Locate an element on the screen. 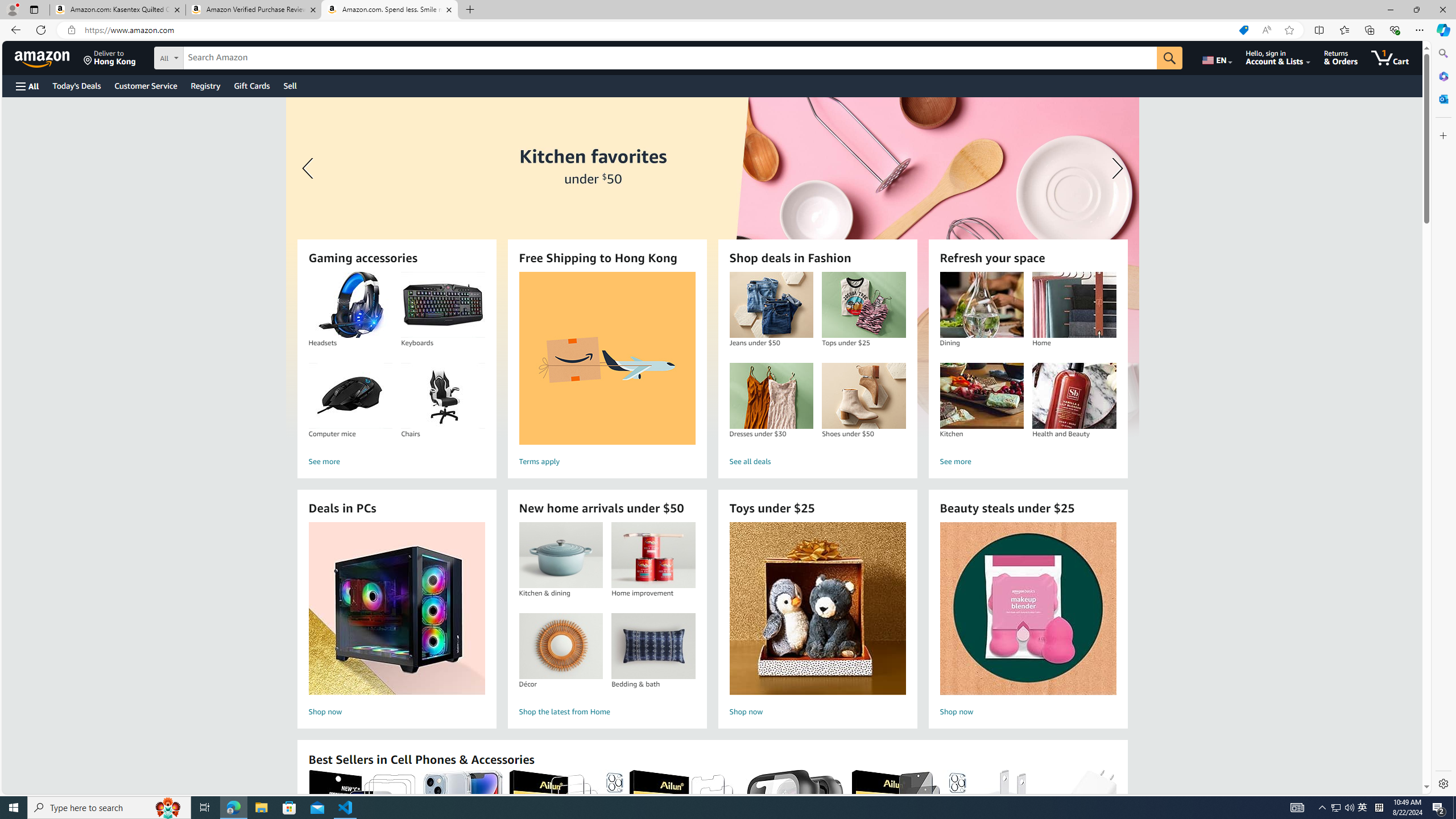 The width and height of the screenshot is (1456, 819). 'See all deals' is located at coordinates (817, 461).